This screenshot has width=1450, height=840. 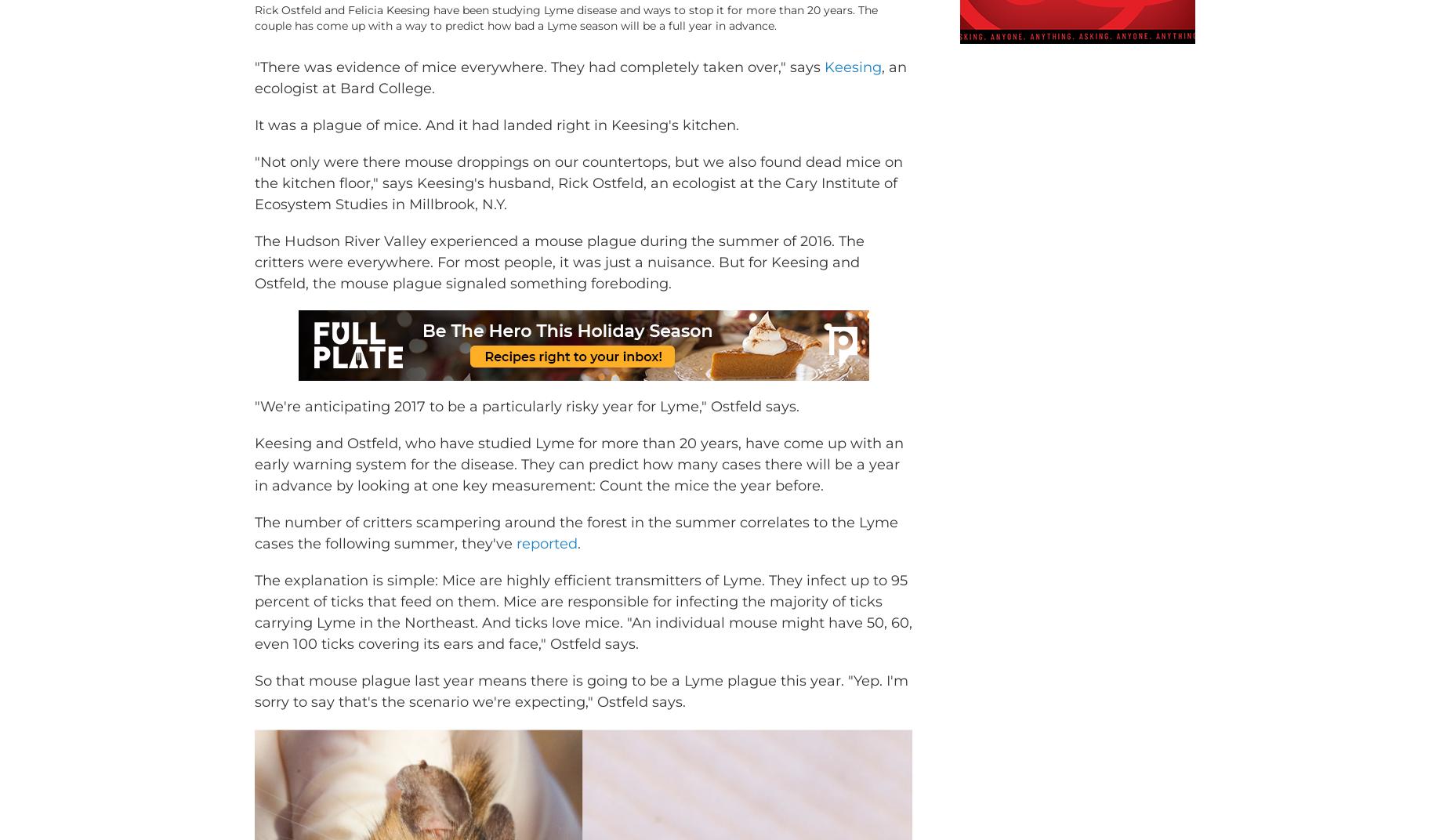 I want to click on 'The explanation is simple: Mice are highly efficient transmitters of Lyme. They infect up to 95 percent of ticks that feed on them. Mice are responsible for infecting the majority of ticks carrying Lyme in the Northeast. And ticks love mice. "An individual mouse might have 50, 60, even 100 ticks covering its ears and face," Ostfeld says.', so click(x=583, y=634).